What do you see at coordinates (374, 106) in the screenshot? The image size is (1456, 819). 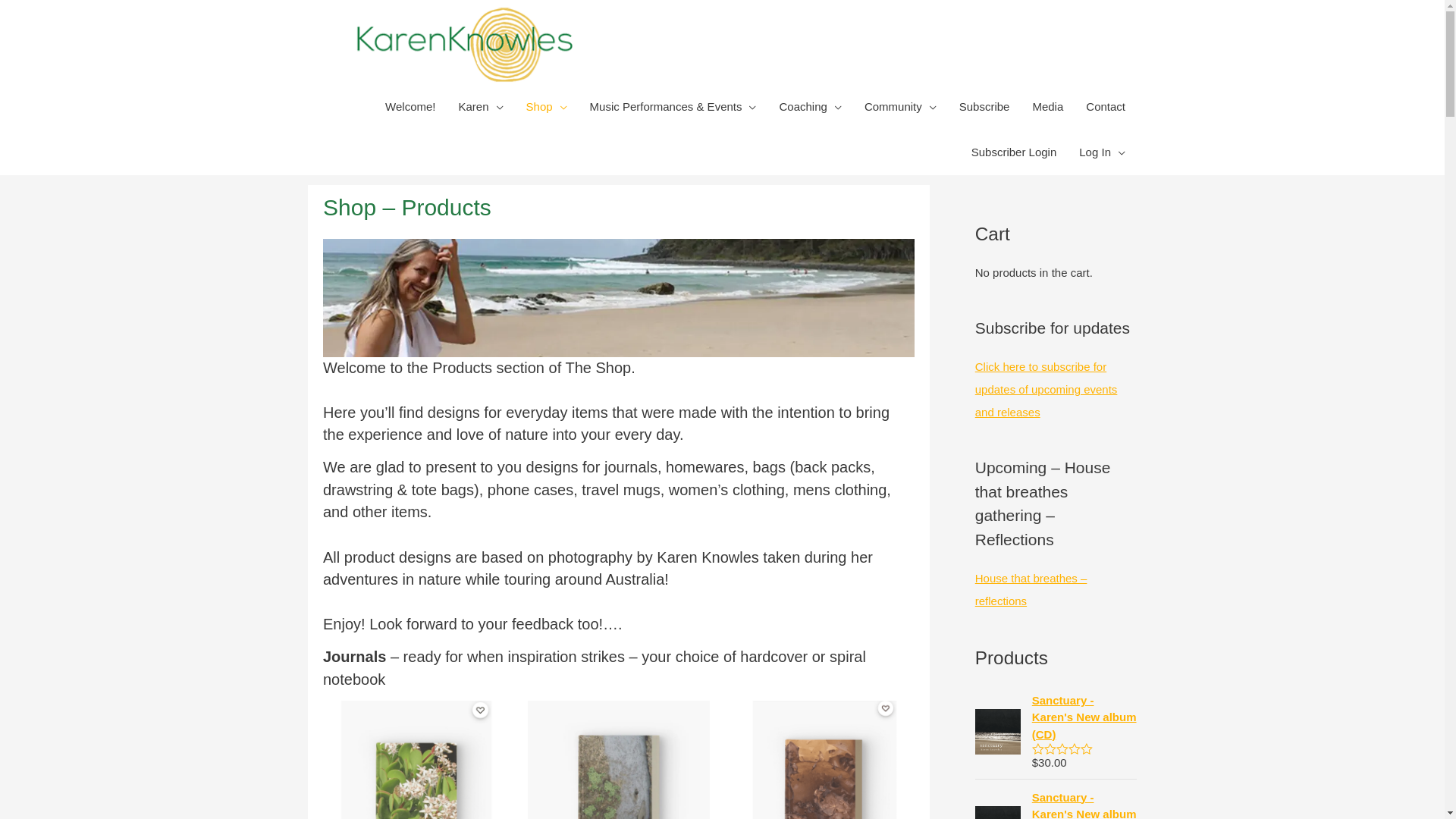 I see `'Welcome!'` at bounding box center [374, 106].